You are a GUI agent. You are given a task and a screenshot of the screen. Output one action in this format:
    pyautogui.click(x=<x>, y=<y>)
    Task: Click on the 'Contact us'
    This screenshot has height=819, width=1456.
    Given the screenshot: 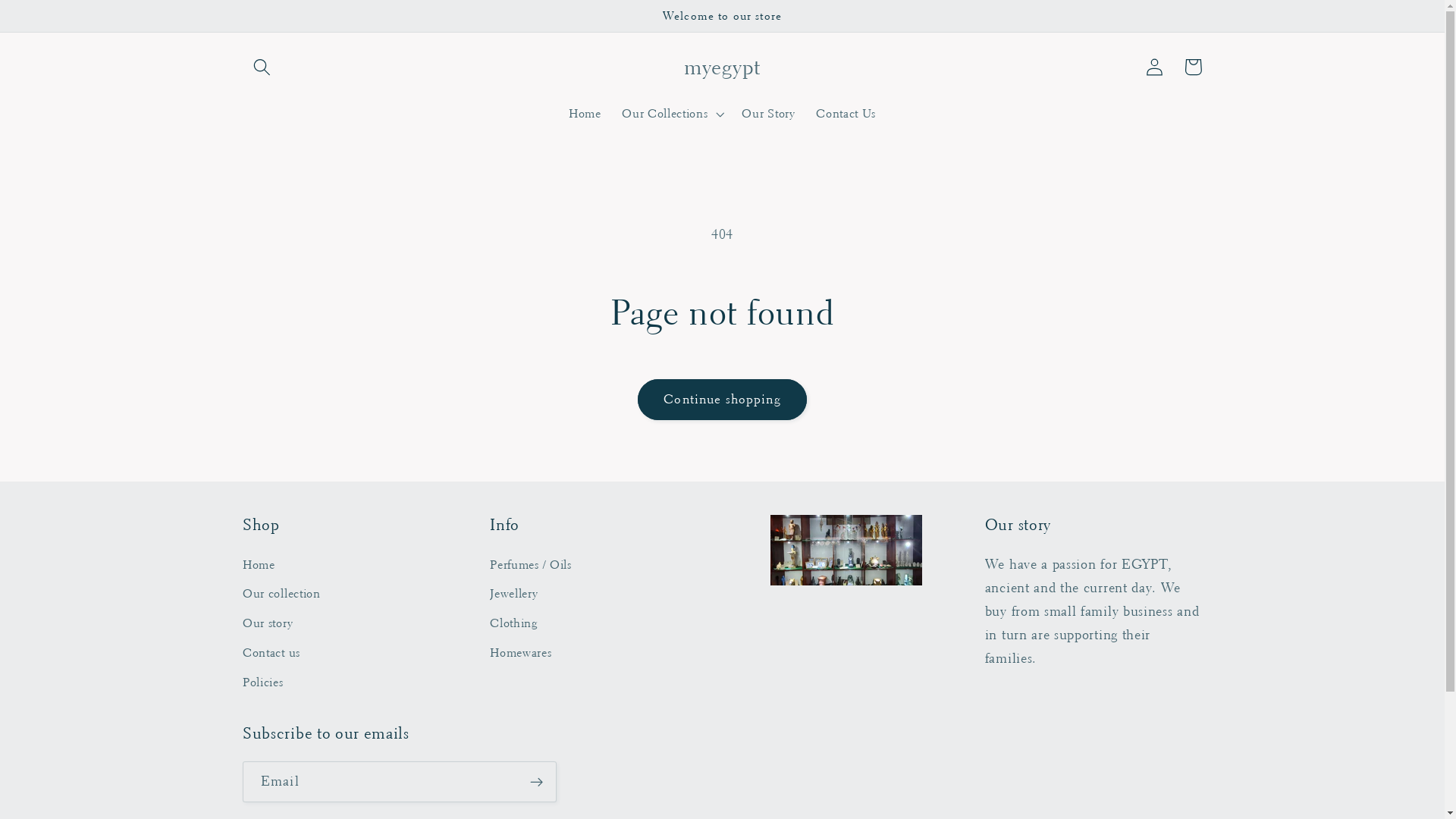 What is the action you would take?
    pyautogui.click(x=243, y=652)
    